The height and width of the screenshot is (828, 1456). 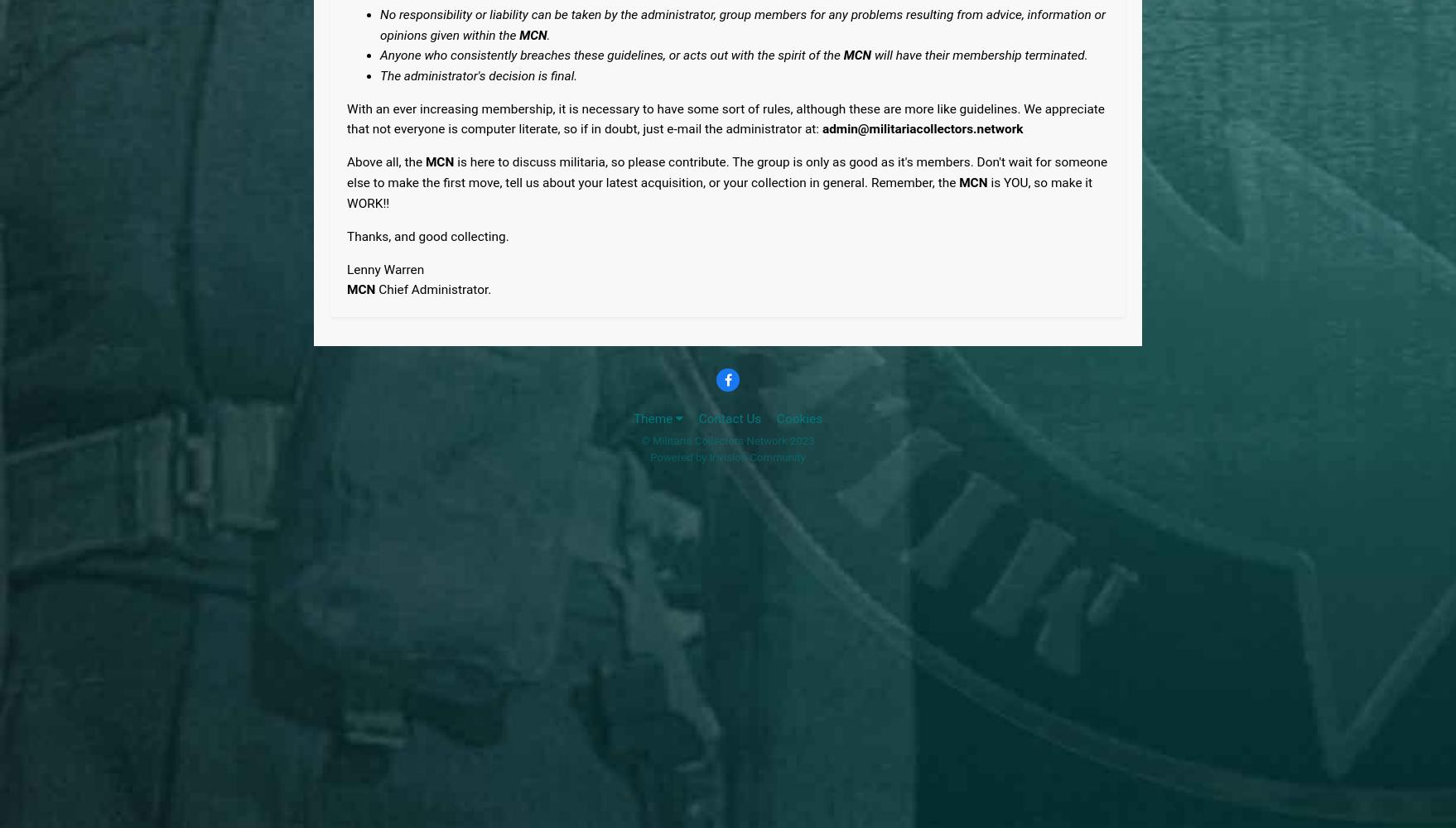 I want to click on 'Thanks, and good collecting.', so click(x=427, y=236).